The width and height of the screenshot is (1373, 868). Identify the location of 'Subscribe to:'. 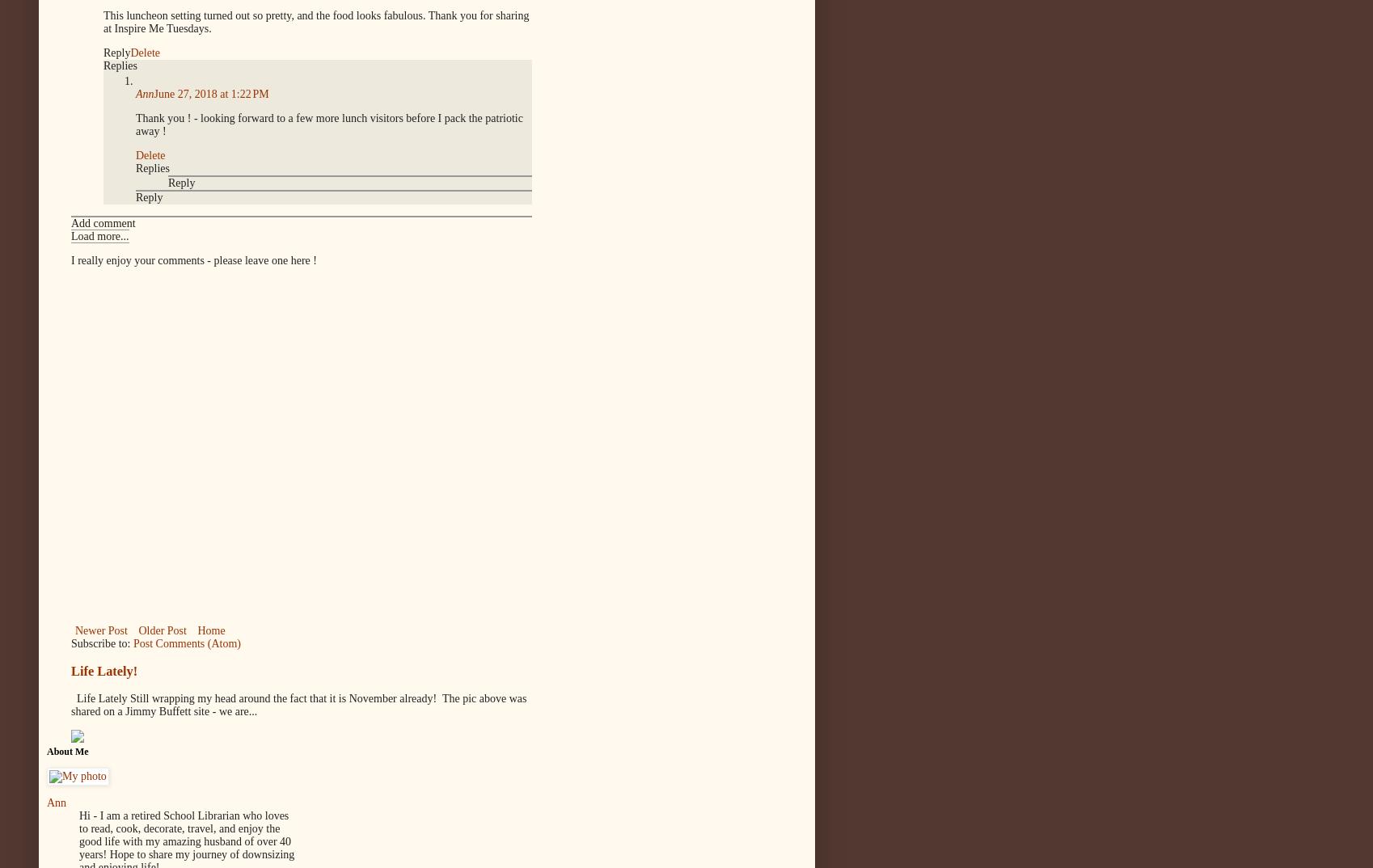
(101, 642).